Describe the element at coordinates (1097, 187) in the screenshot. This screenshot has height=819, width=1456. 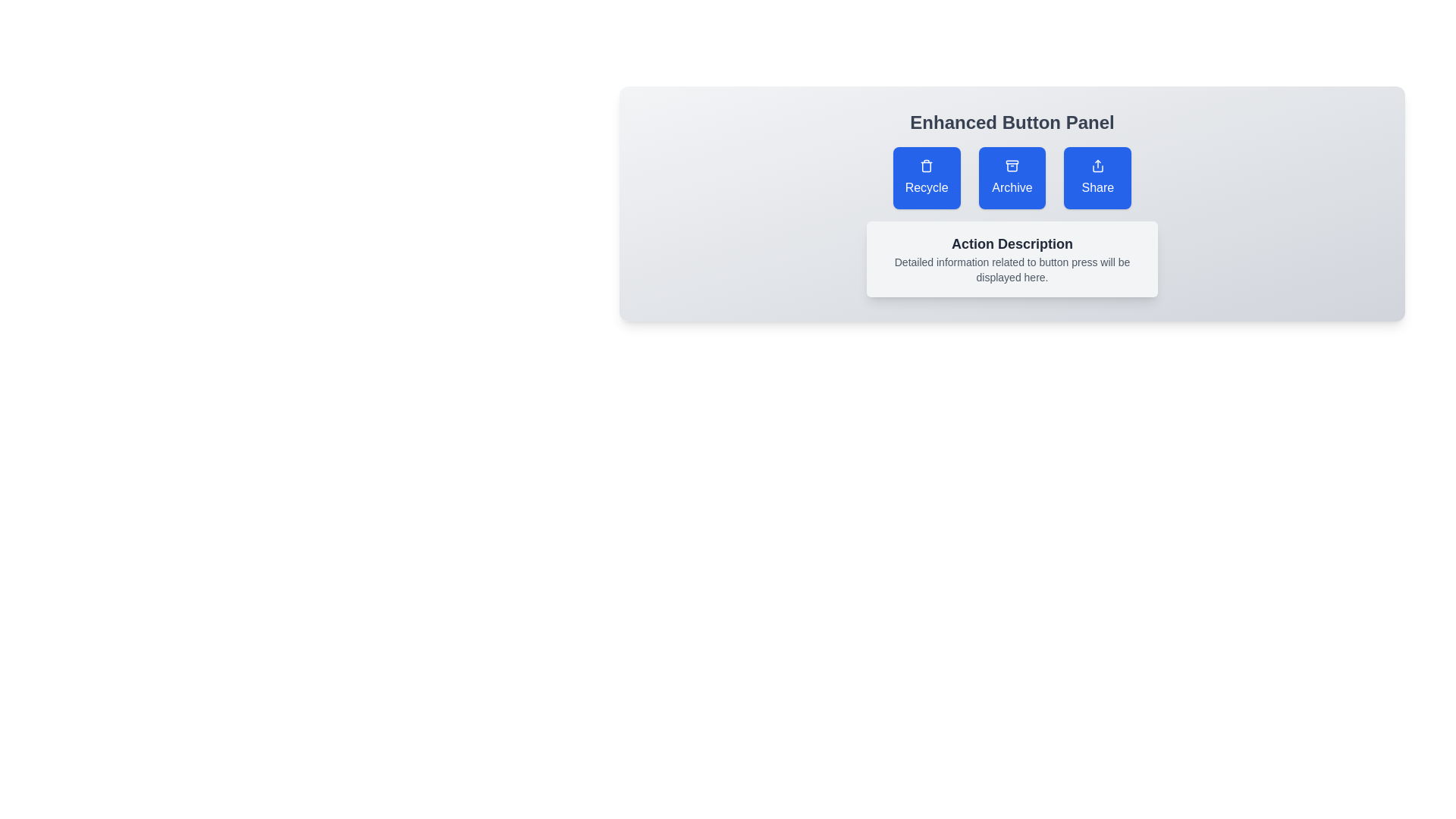
I see `text 'Share' located within the blue button at the far right of a row of three buttons labeled 'Recycle', 'Archive', and 'Share'` at that location.